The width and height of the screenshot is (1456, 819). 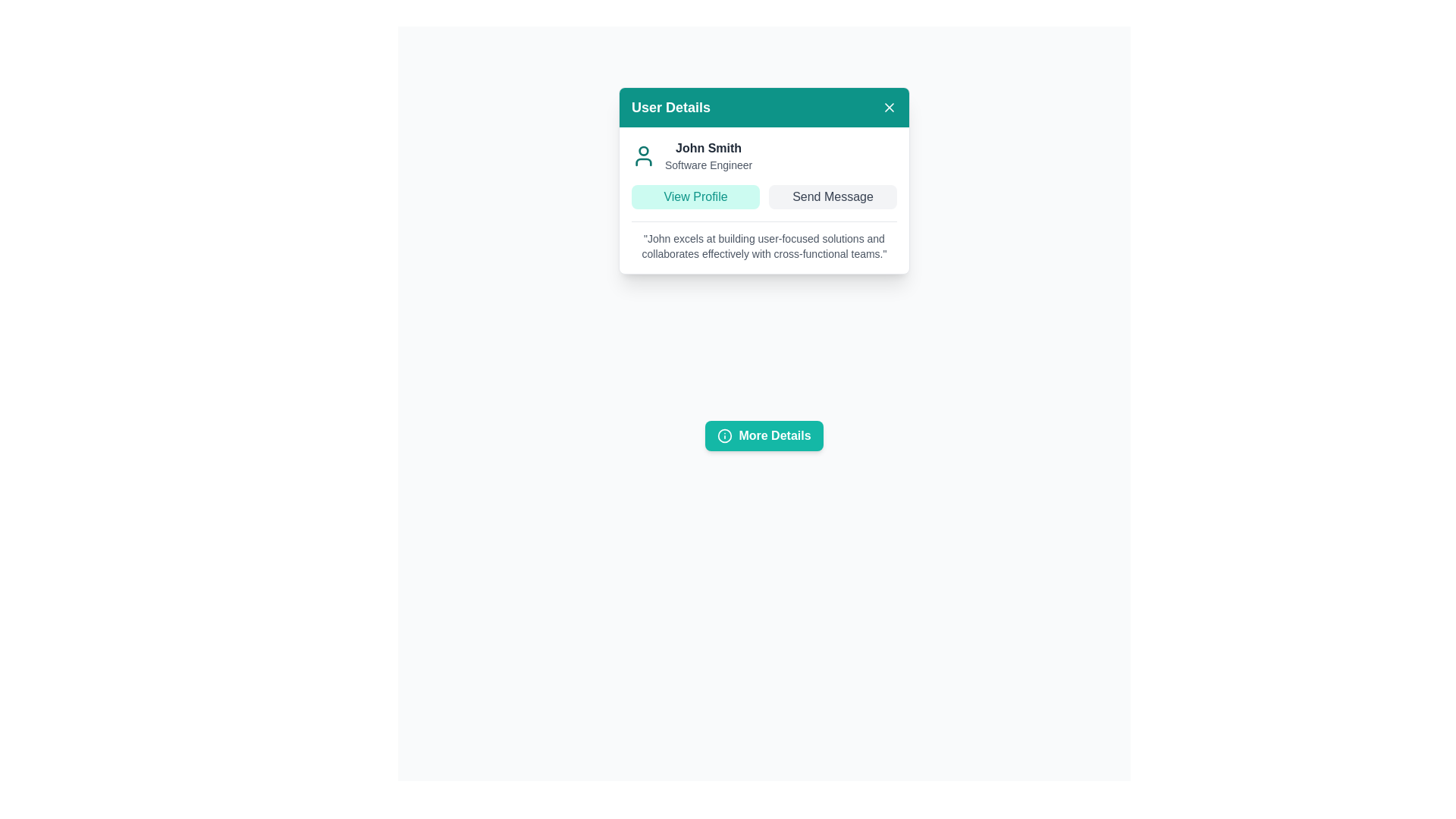 What do you see at coordinates (644, 151) in the screenshot?
I see `the SVG Circle element that serves as a decorative aspect of the user avatar icon located in the upper-left portion of the user avatar image within the 'User Details' card` at bounding box center [644, 151].